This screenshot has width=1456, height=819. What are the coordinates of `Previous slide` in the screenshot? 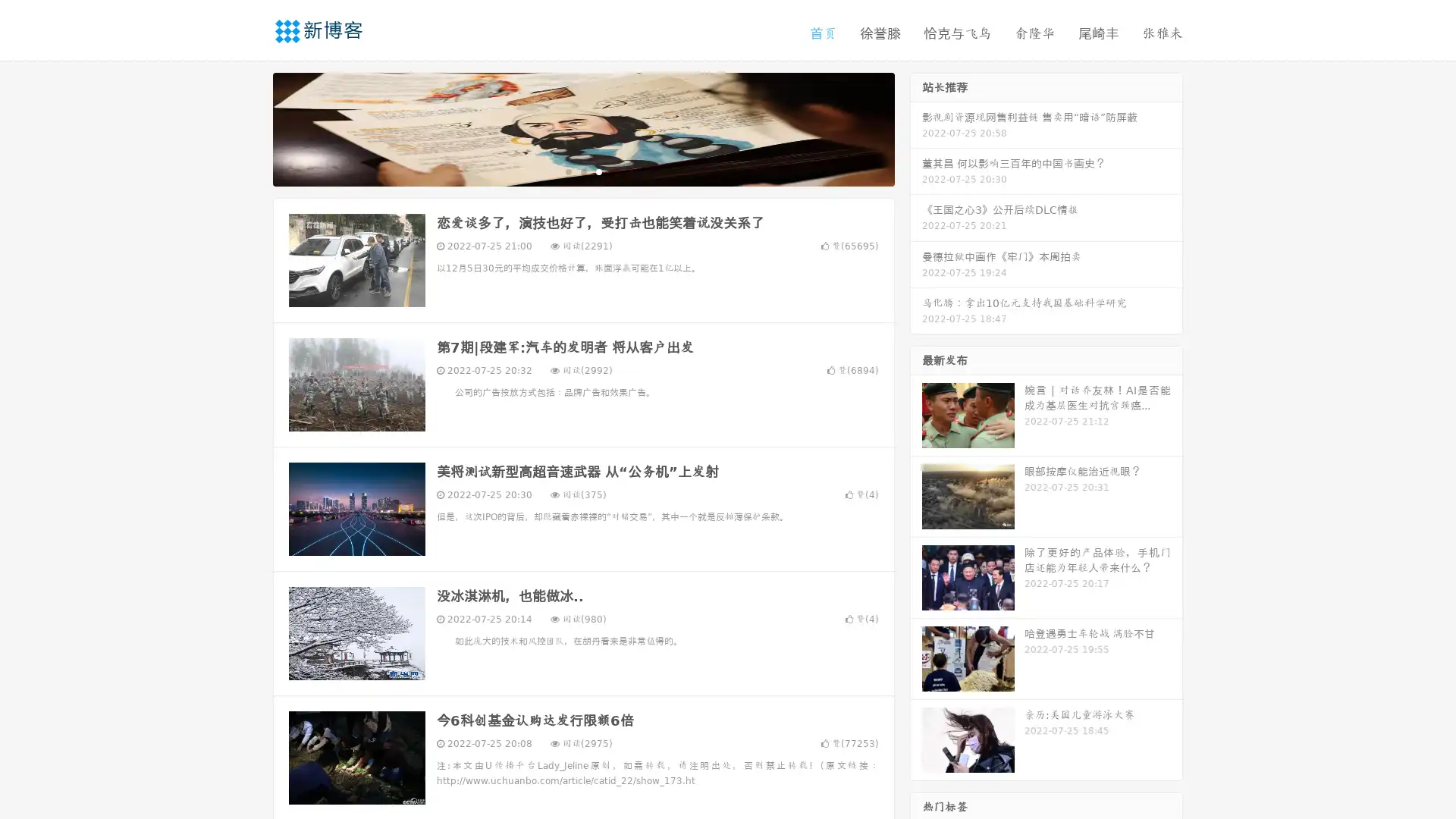 It's located at (250, 127).